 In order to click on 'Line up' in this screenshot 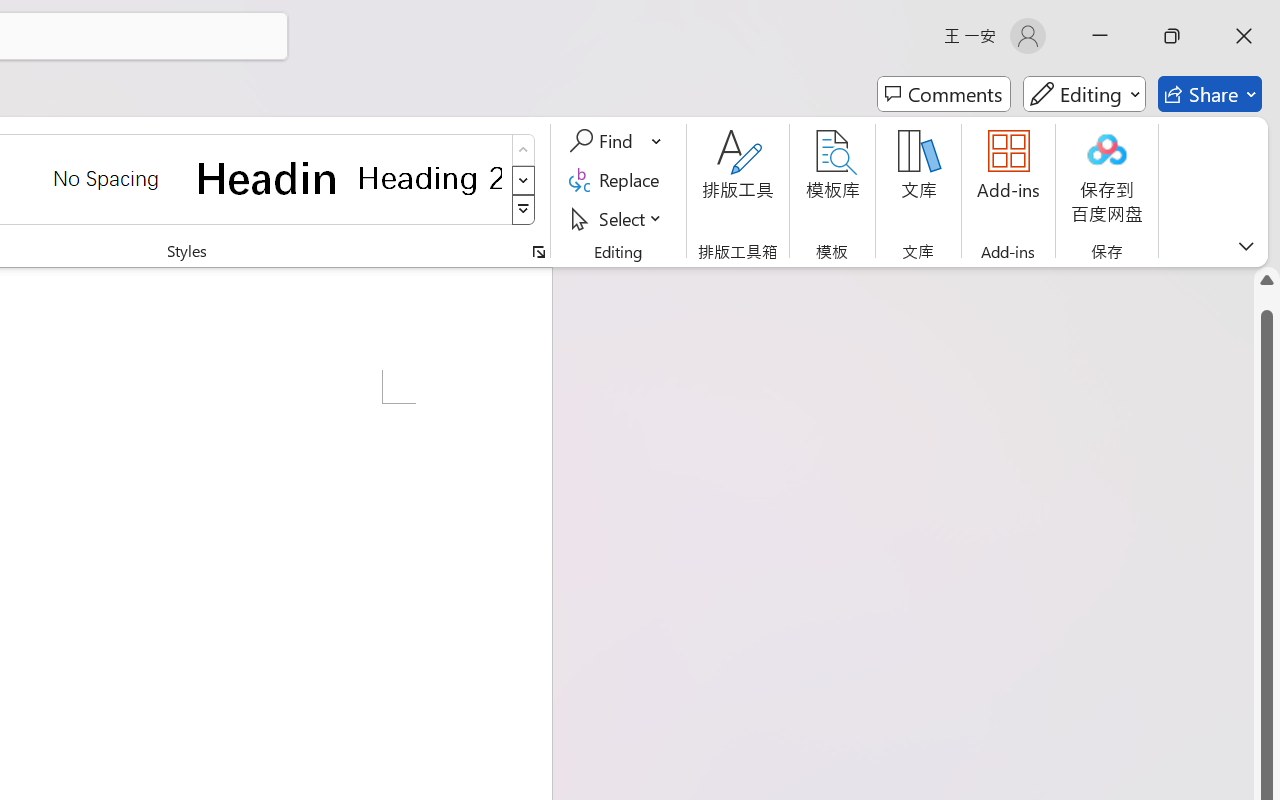, I will do `click(1266, 280)`.